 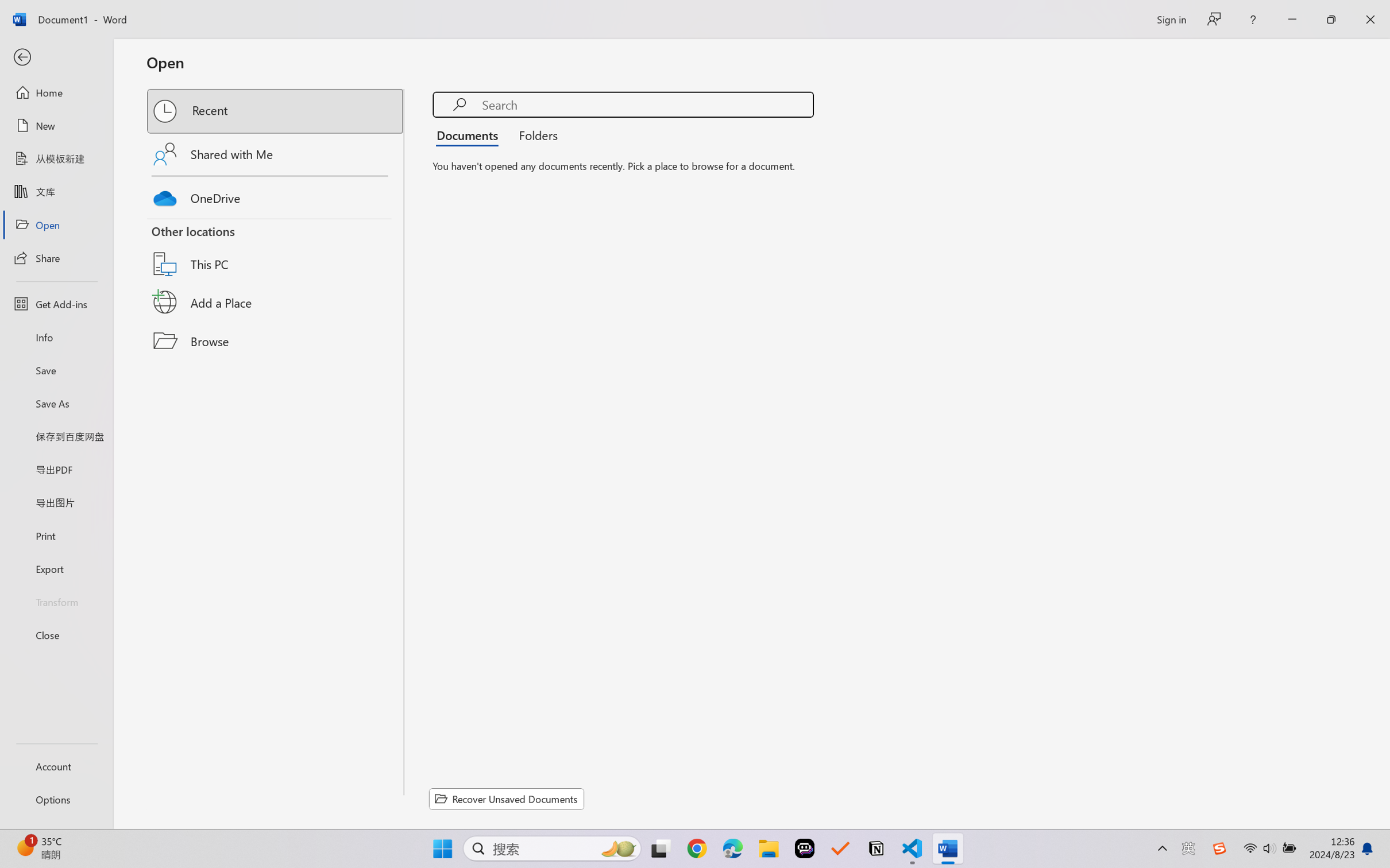 I want to click on 'Back', so click(x=56, y=57).